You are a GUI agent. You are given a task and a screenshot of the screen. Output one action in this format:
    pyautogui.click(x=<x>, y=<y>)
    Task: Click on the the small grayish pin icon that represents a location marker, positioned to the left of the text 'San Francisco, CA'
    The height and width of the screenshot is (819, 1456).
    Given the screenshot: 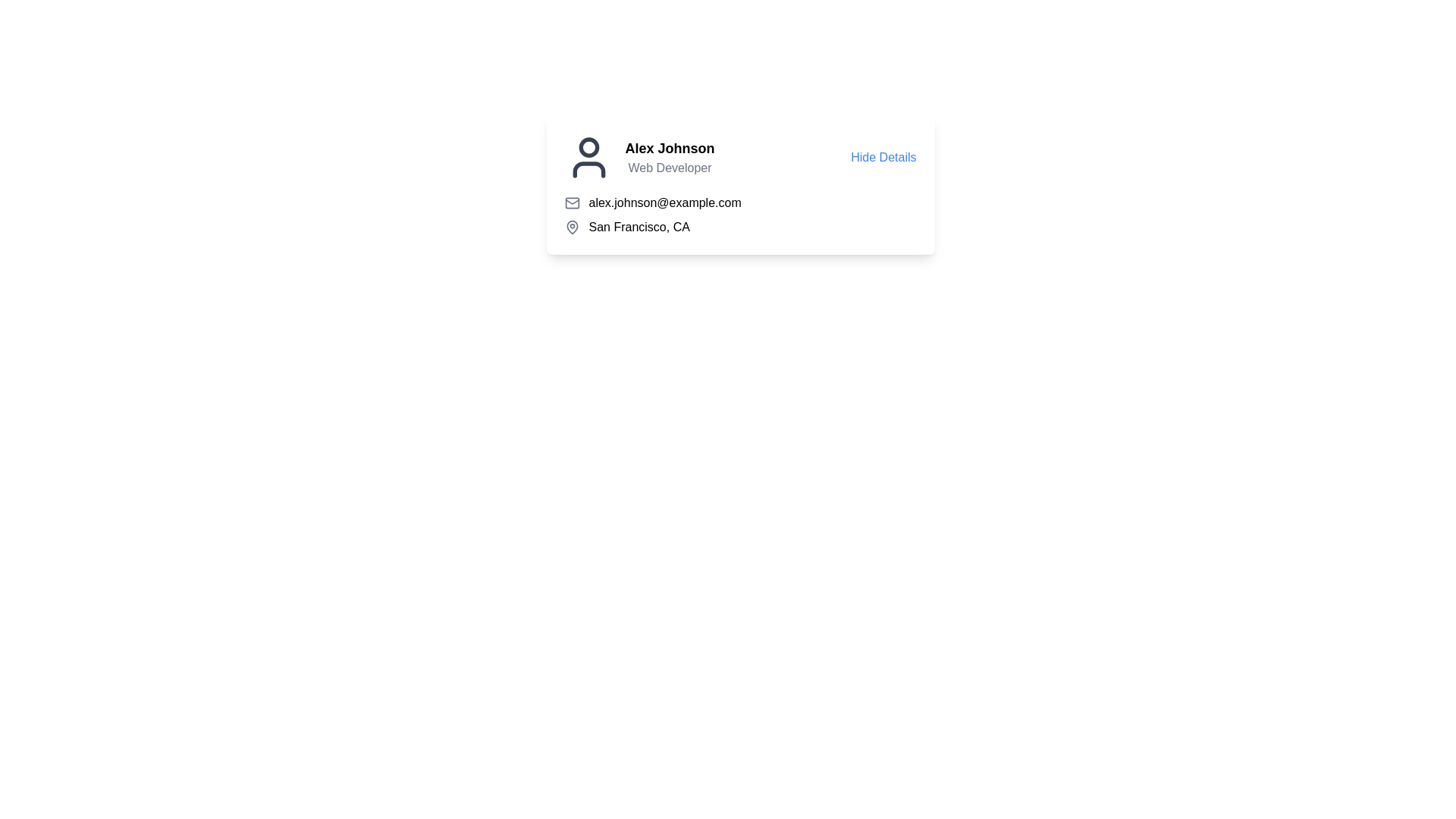 What is the action you would take?
    pyautogui.click(x=571, y=227)
    